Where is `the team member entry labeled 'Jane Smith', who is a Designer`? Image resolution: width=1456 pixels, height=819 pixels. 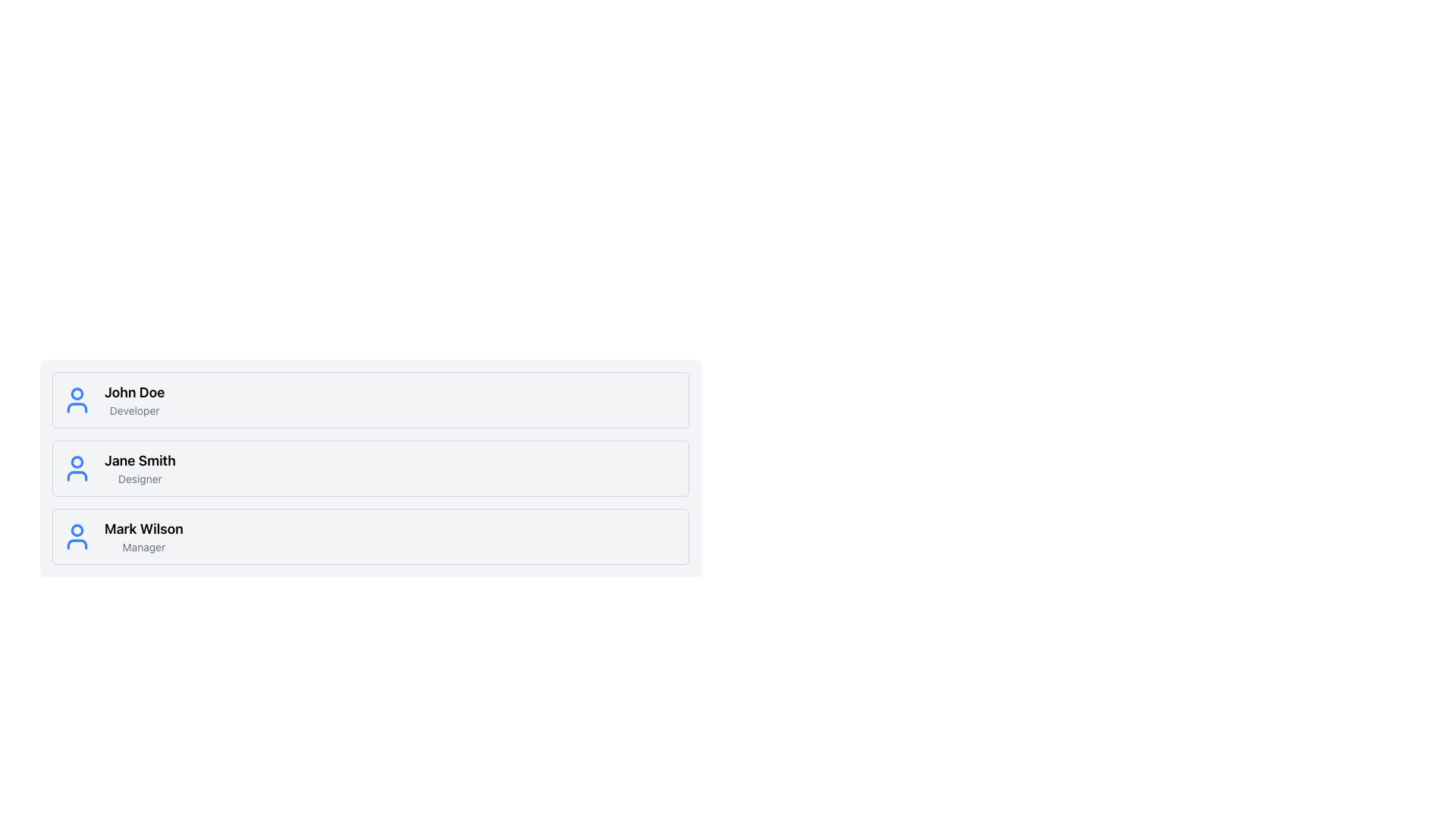 the team member entry labeled 'Jane Smith', who is a Designer is located at coordinates (371, 467).